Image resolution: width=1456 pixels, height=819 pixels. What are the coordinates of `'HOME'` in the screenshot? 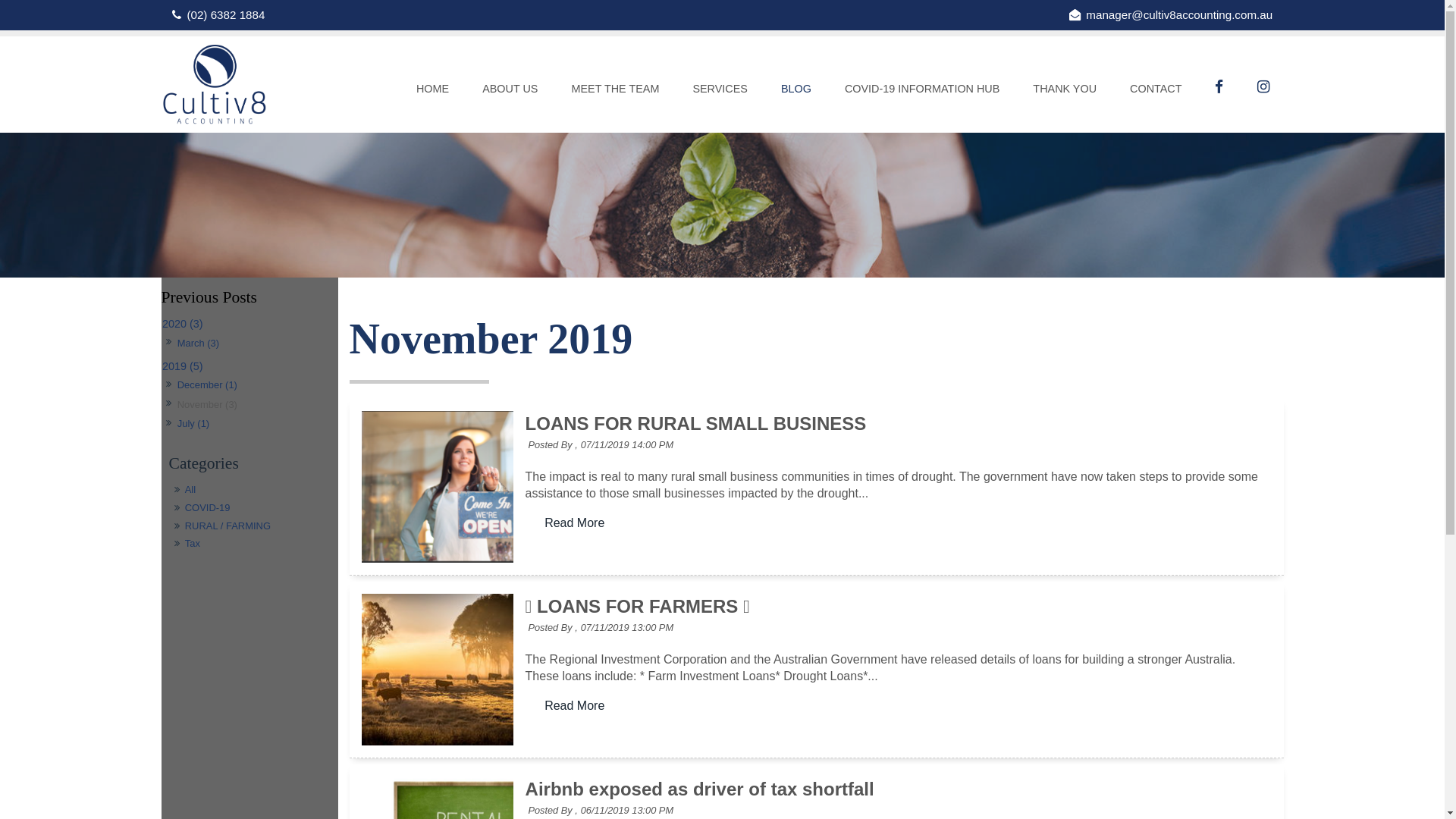 It's located at (431, 90).